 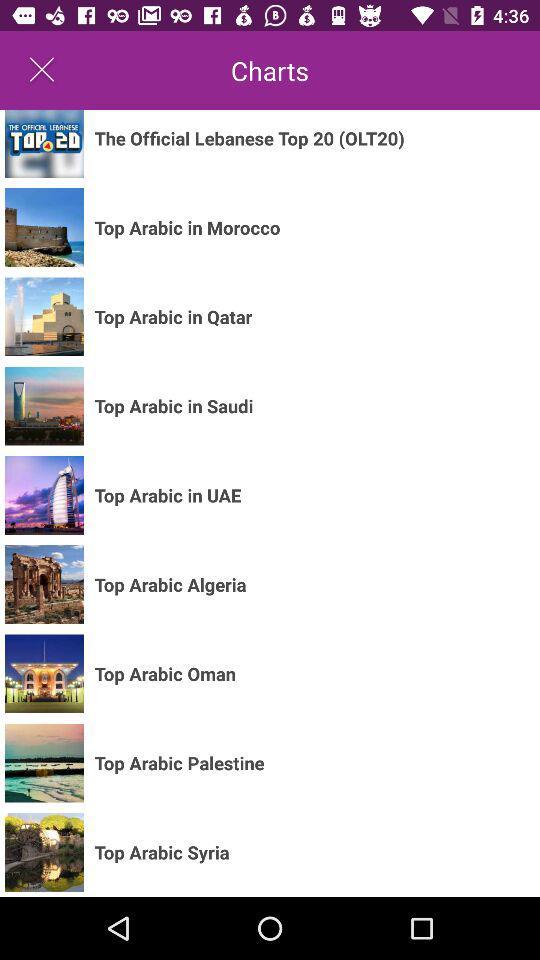 What do you see at coordinates (42, 70) in the screenshot?
I see `the item to the left of the charts` at bounding box center [42, 70].